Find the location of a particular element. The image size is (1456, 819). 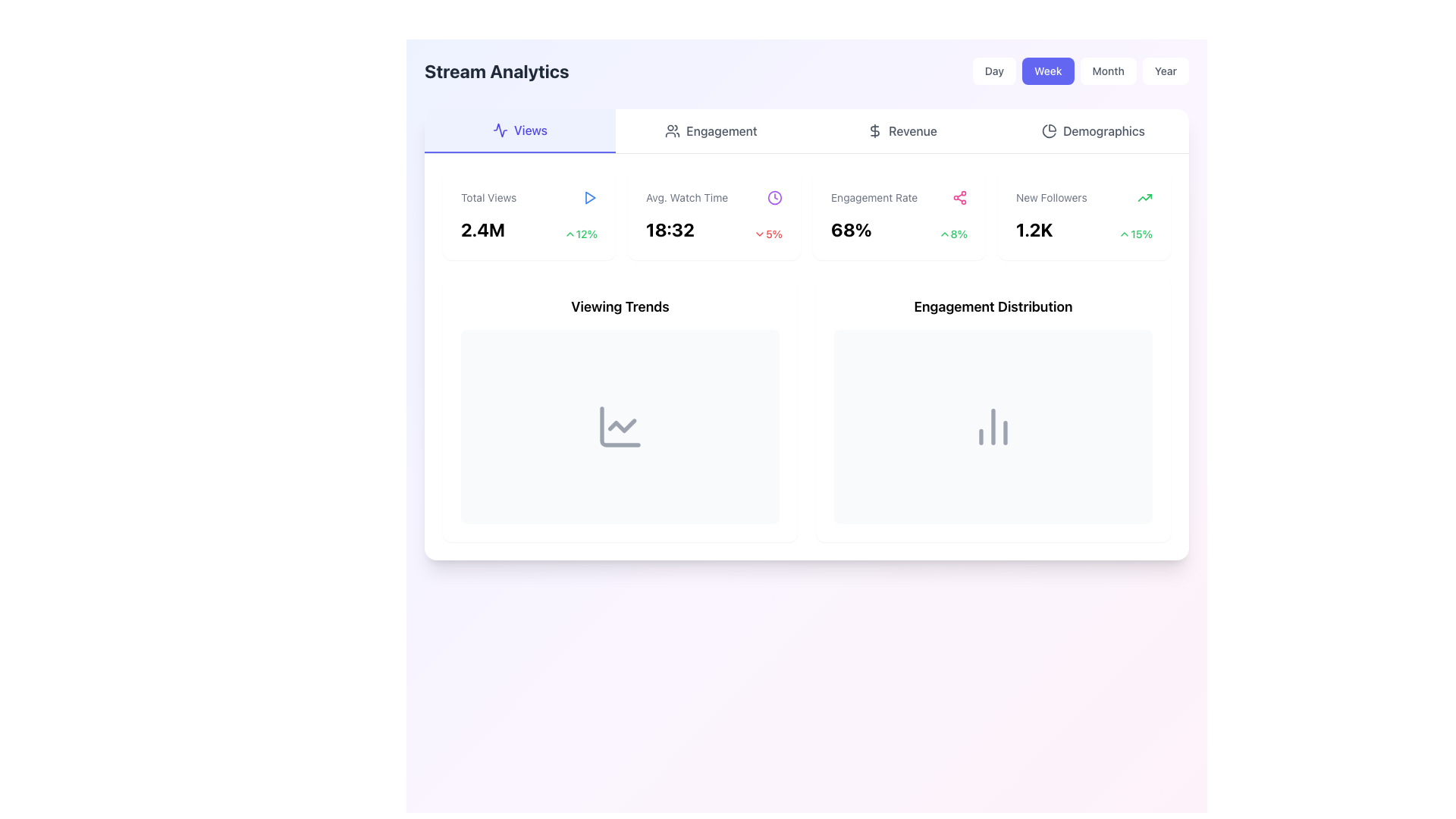

the 'Engagement' button in the navigation menu is located at coordinates (710, 130).